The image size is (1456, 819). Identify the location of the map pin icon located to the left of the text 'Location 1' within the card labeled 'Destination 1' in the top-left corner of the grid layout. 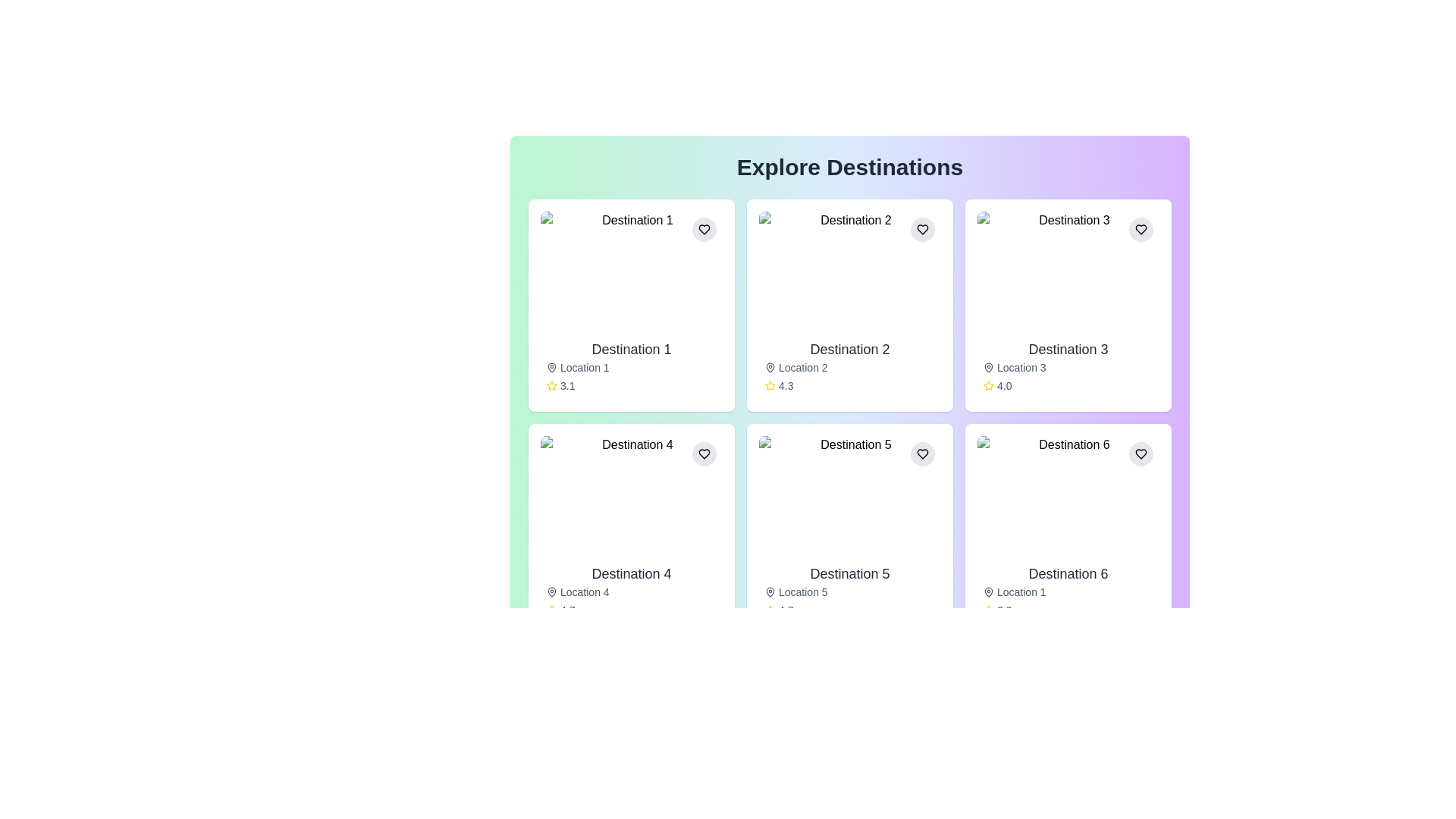
(551, 368).